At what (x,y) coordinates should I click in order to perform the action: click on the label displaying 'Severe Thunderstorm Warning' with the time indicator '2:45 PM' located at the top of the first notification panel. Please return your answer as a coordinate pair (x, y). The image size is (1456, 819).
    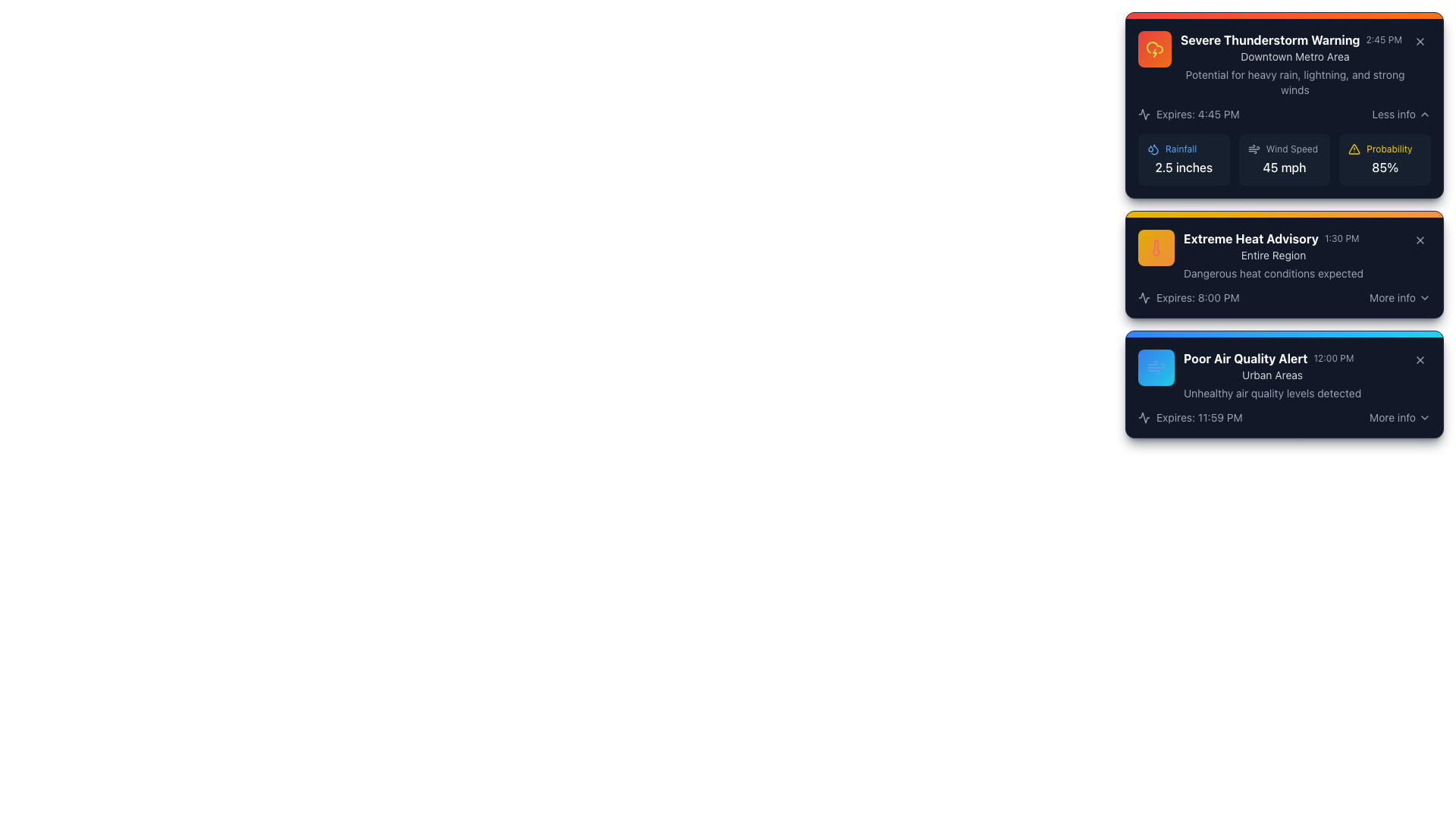
    Looking at the image, I should click on (1294, 39).